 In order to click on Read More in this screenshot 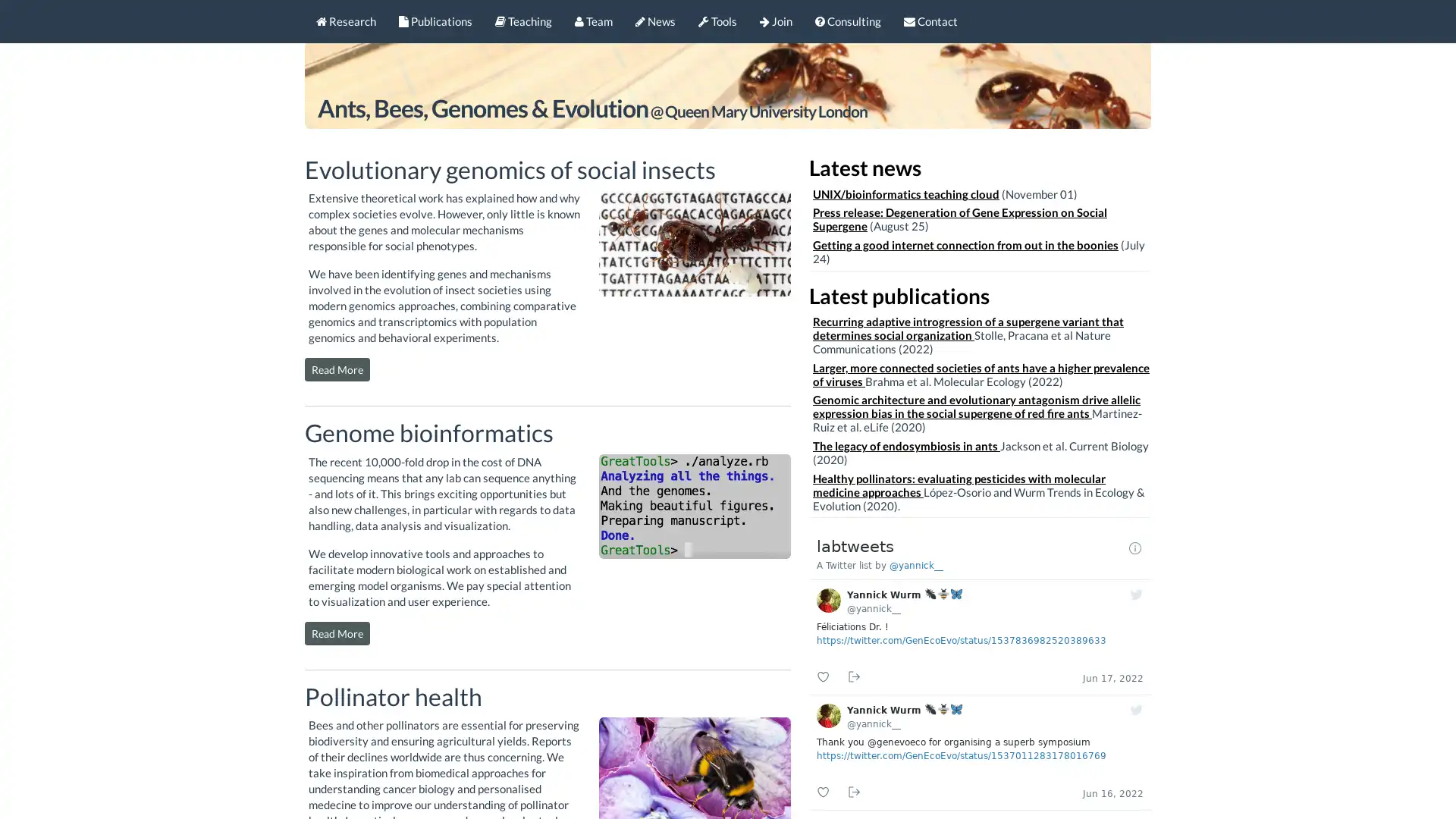, I will do `click(337, 632)`.